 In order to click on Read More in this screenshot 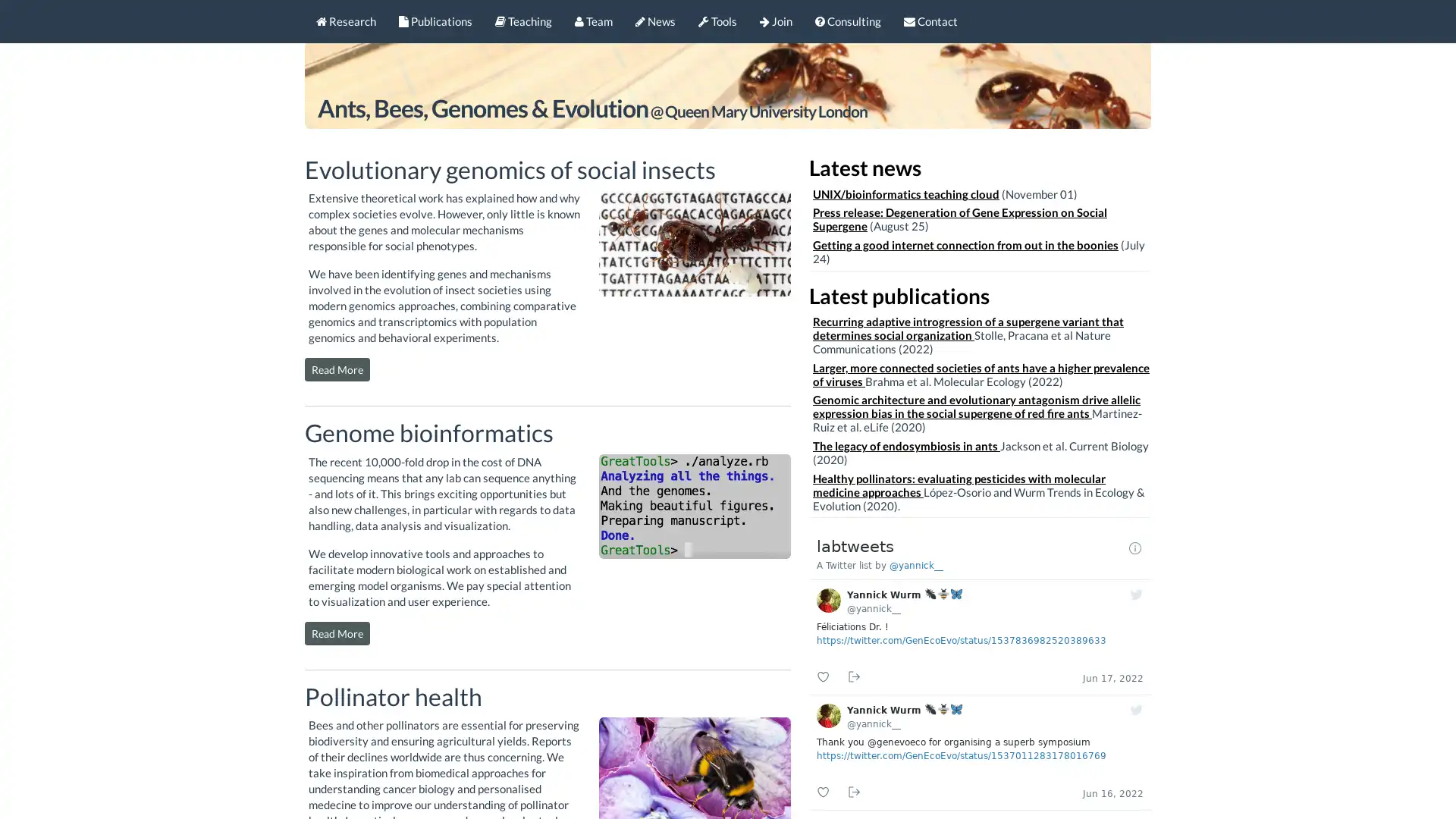, I will do `click(337, 632)`.